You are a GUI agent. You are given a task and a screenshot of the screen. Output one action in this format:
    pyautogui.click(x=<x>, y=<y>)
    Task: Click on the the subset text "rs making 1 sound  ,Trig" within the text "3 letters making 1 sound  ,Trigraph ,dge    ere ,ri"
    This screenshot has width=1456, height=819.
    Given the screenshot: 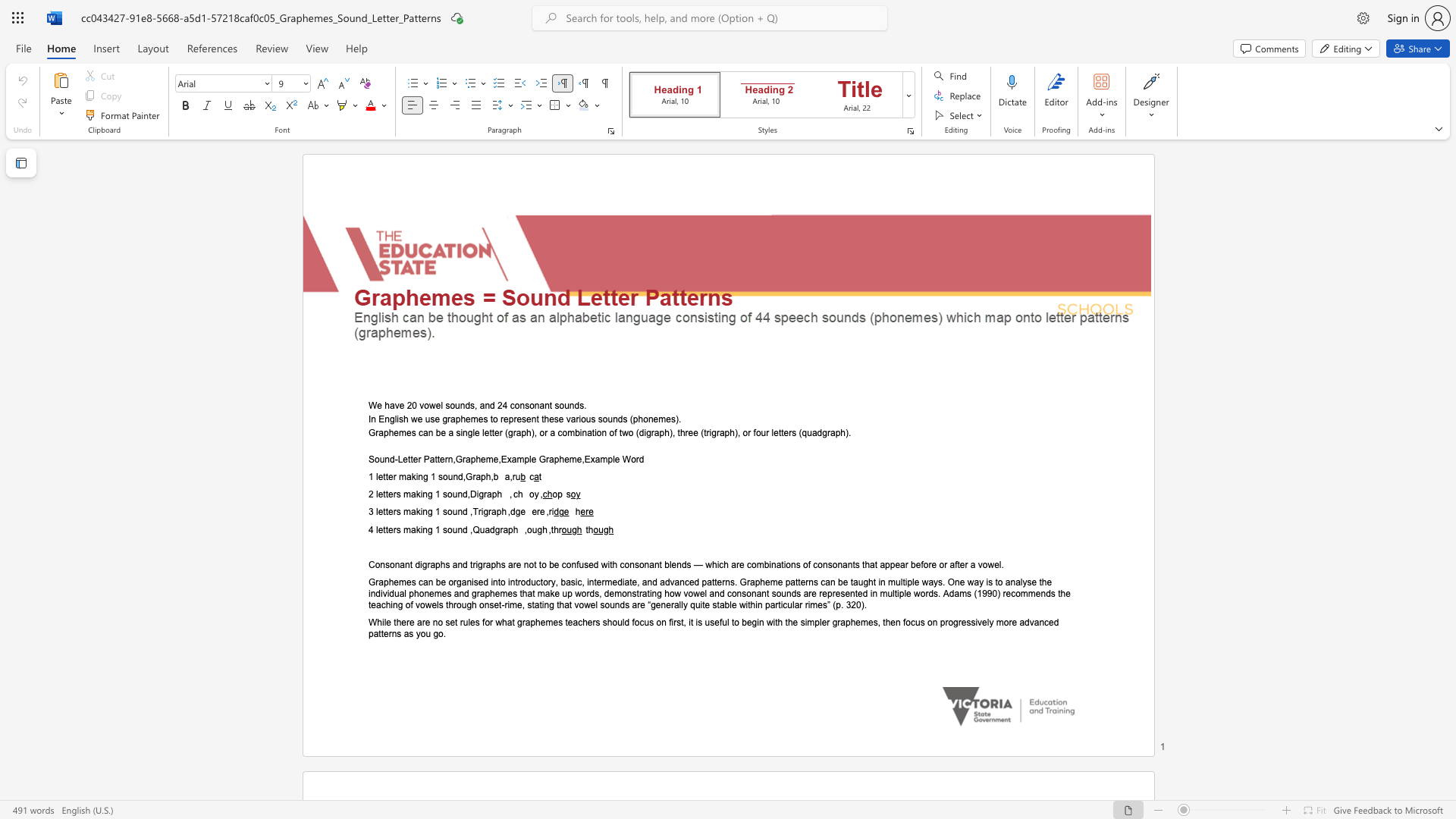 What is the action you would take?
    pyautogui.click(x=393, y=512)
    